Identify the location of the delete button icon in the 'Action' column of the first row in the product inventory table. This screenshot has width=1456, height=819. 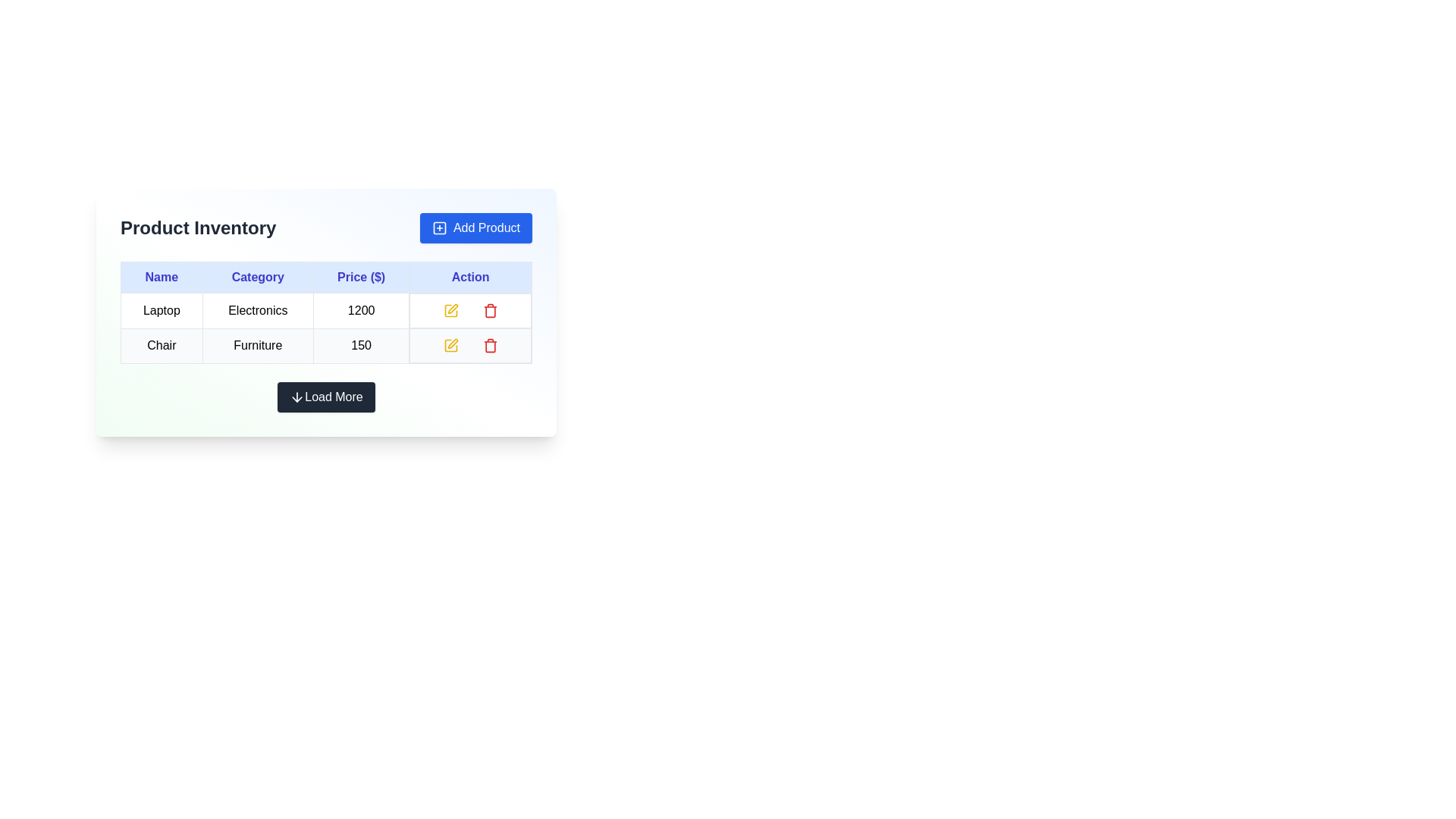
(490, 309).